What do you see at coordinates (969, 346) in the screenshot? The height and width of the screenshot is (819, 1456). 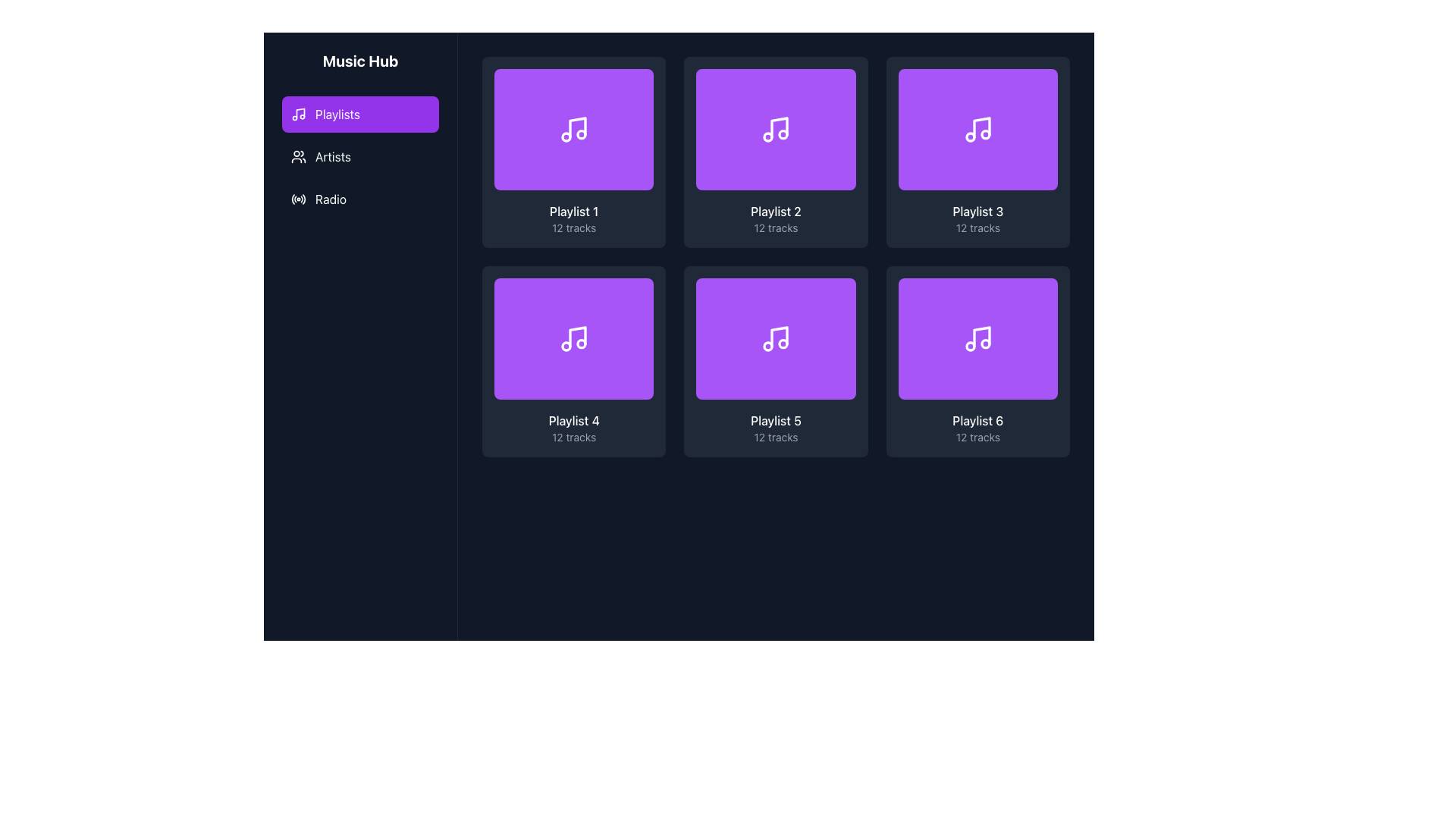 I see `the small circular shape within the music note icon of the 'Playlist 6' card, located on the third row and second column of the playlist grid` at bounding box center [969, 346].